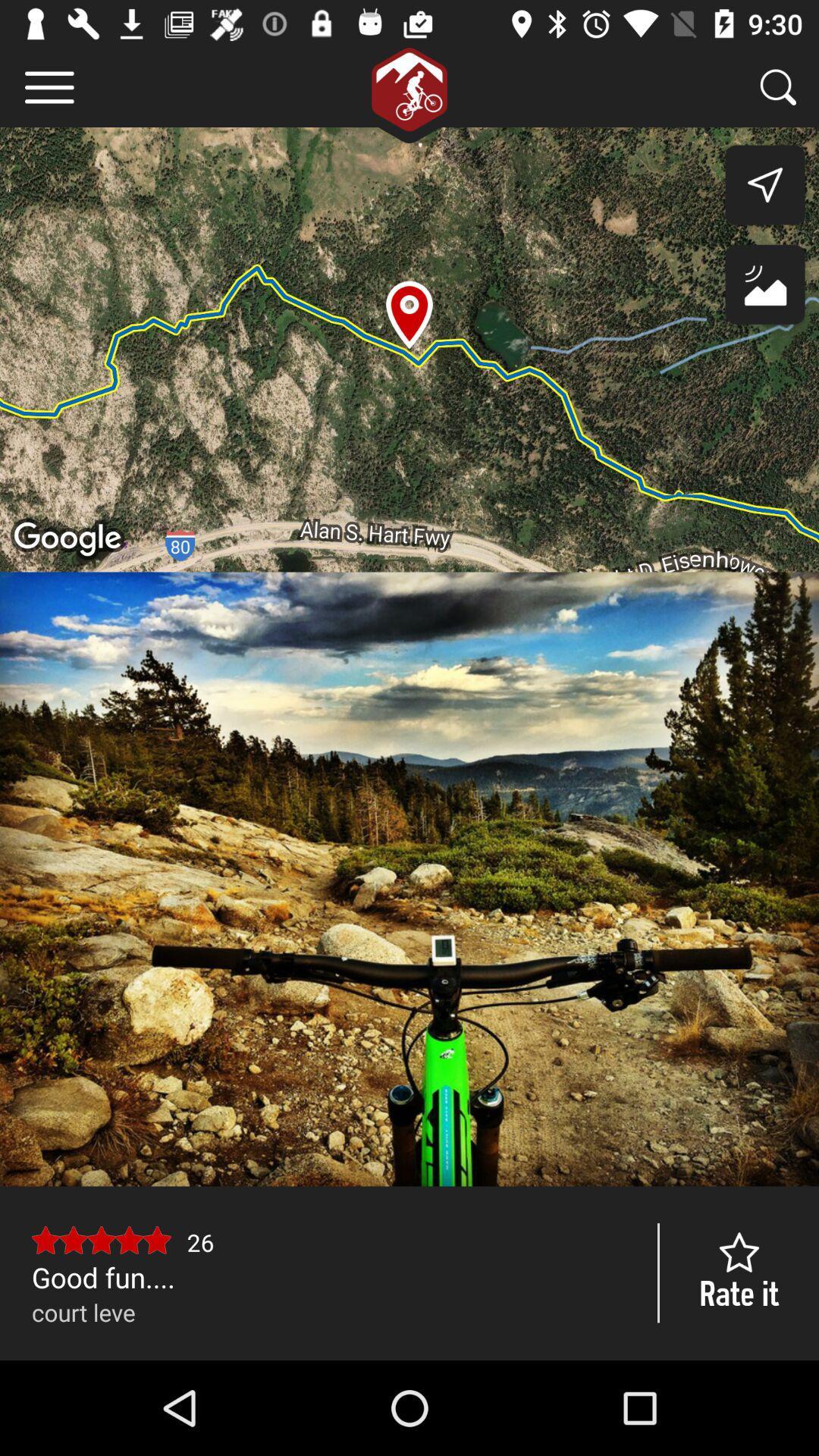  I want to click on the wallpaper icon, so click(765, 288).